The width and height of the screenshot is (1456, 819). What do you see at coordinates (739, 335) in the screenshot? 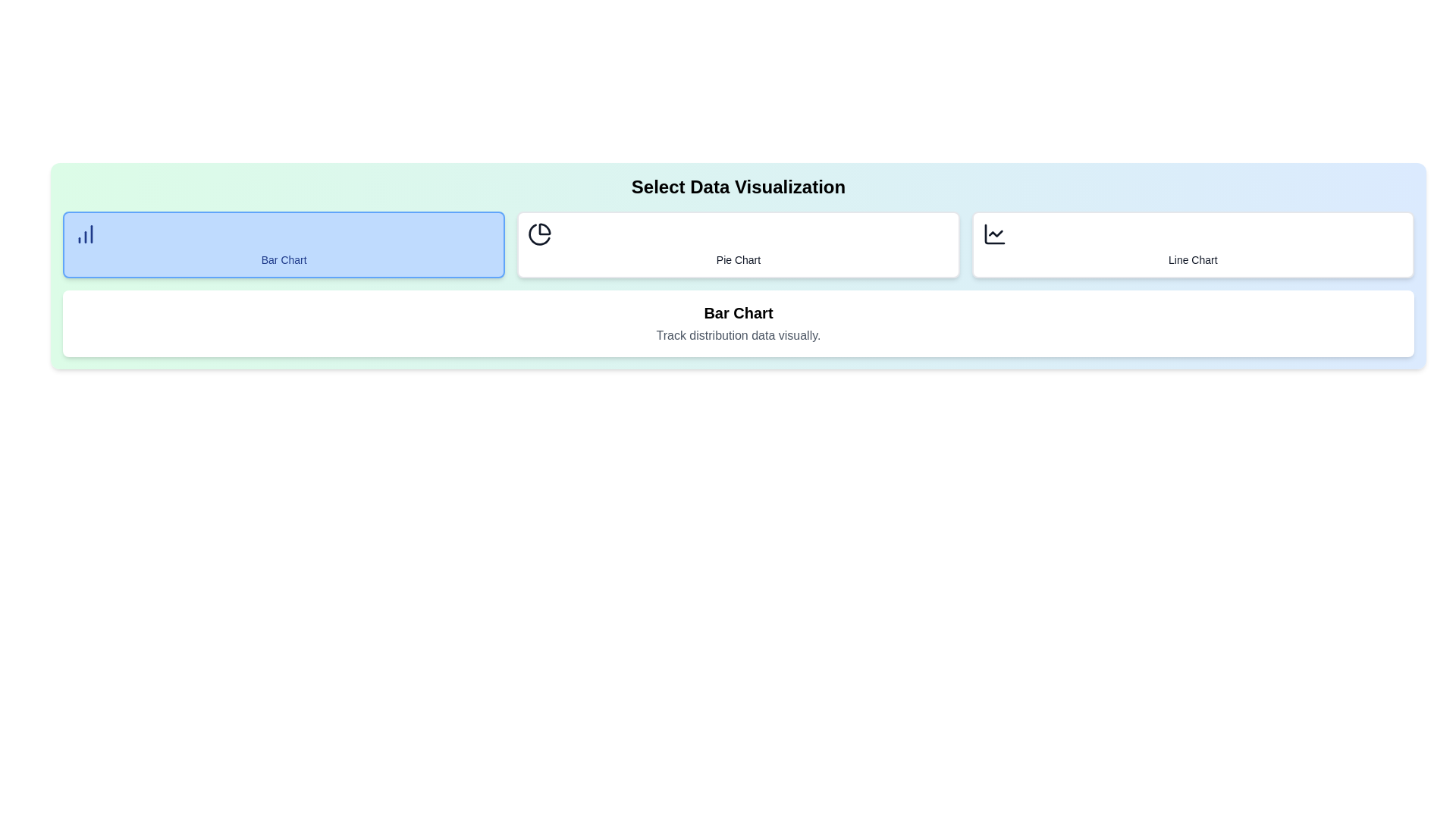
I see `the text element that provides additional context about the 'Bar Chart' selection, located below the 'Bar Chart' title in a white box with rounded corners` at bounding box center [739, 335].